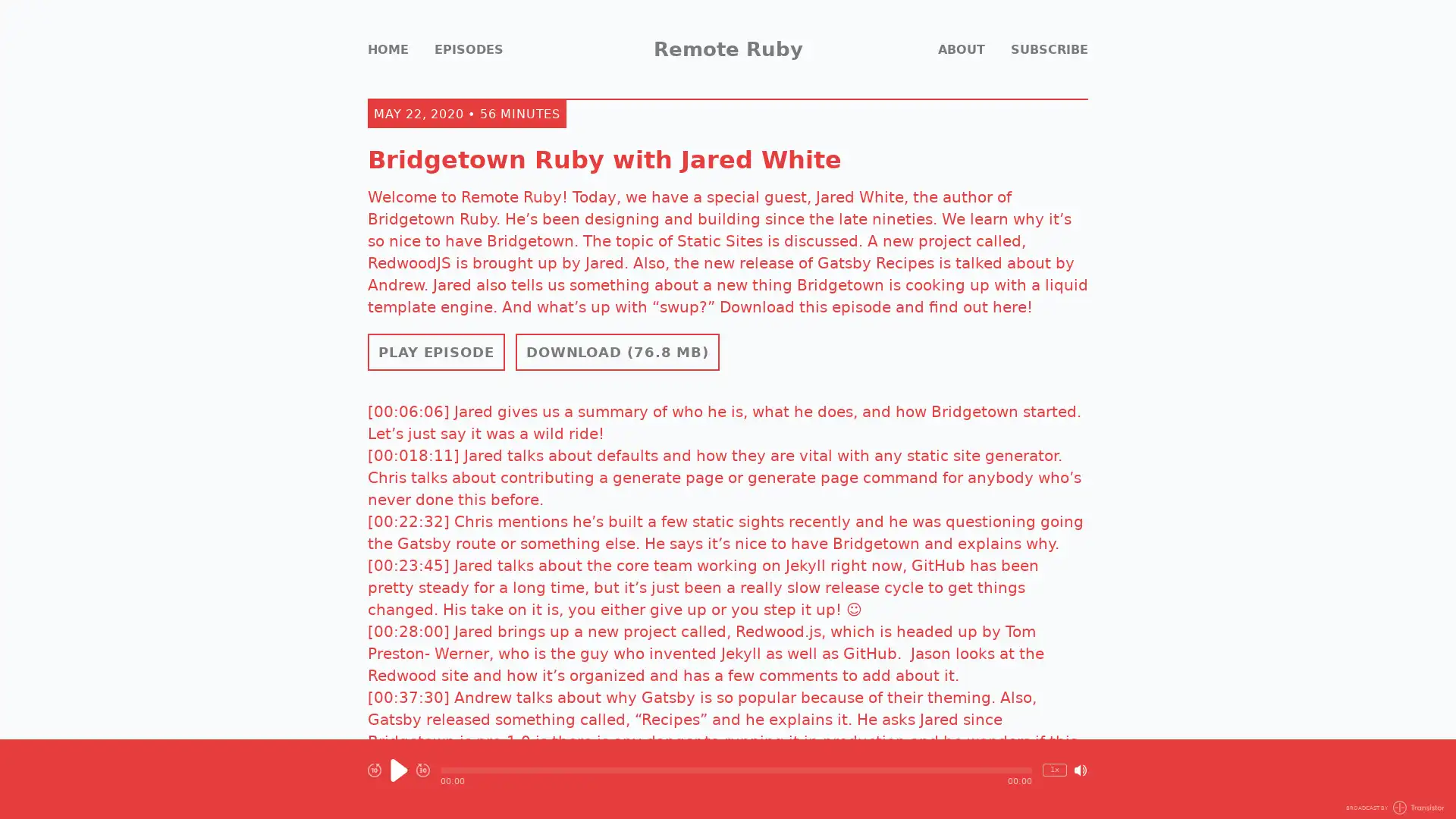 The image size is (1456, 819). I want to click on PLAY EPISODE, so click(435, 352).